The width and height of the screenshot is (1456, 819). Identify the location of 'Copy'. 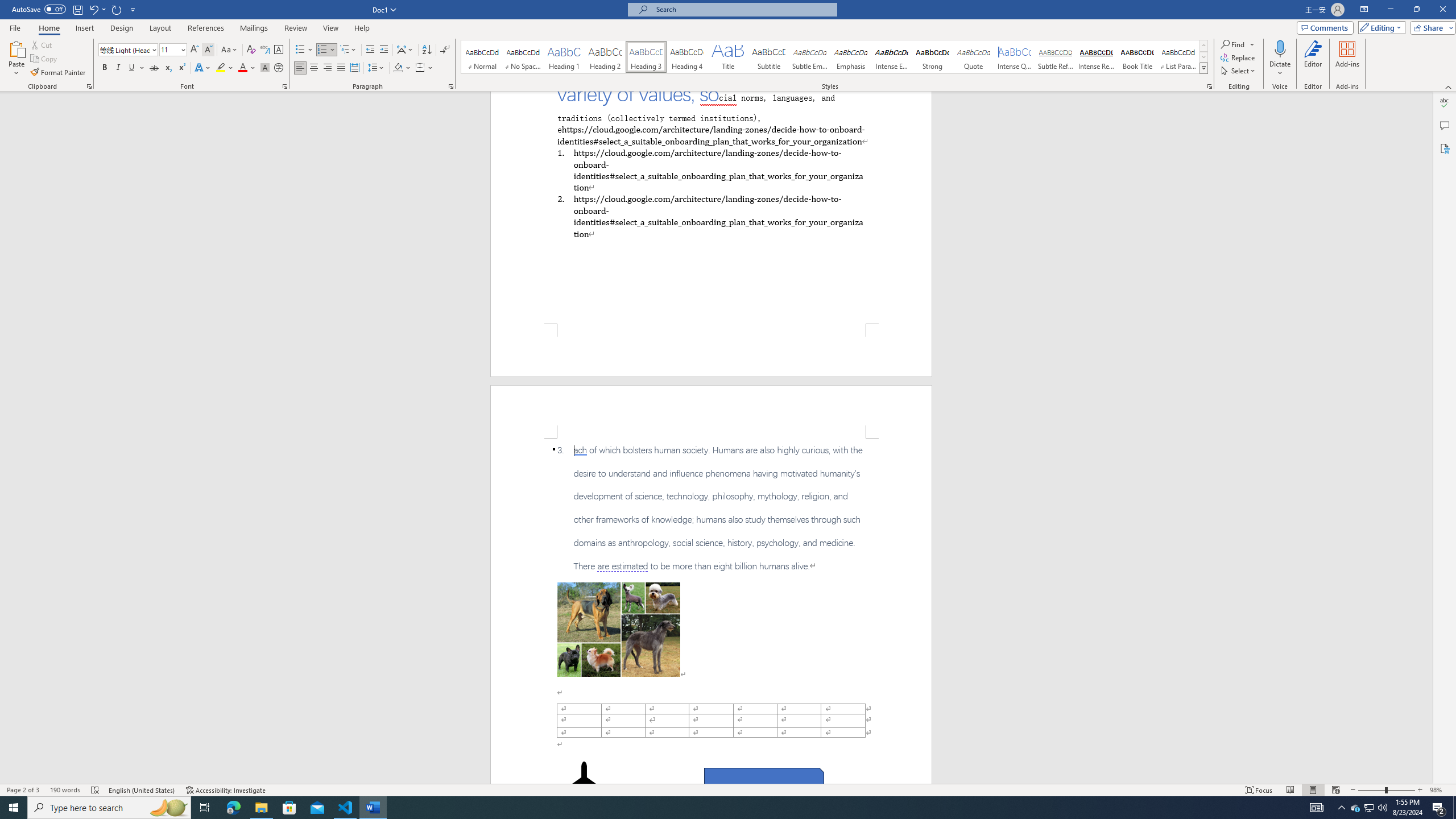
(44, 59).